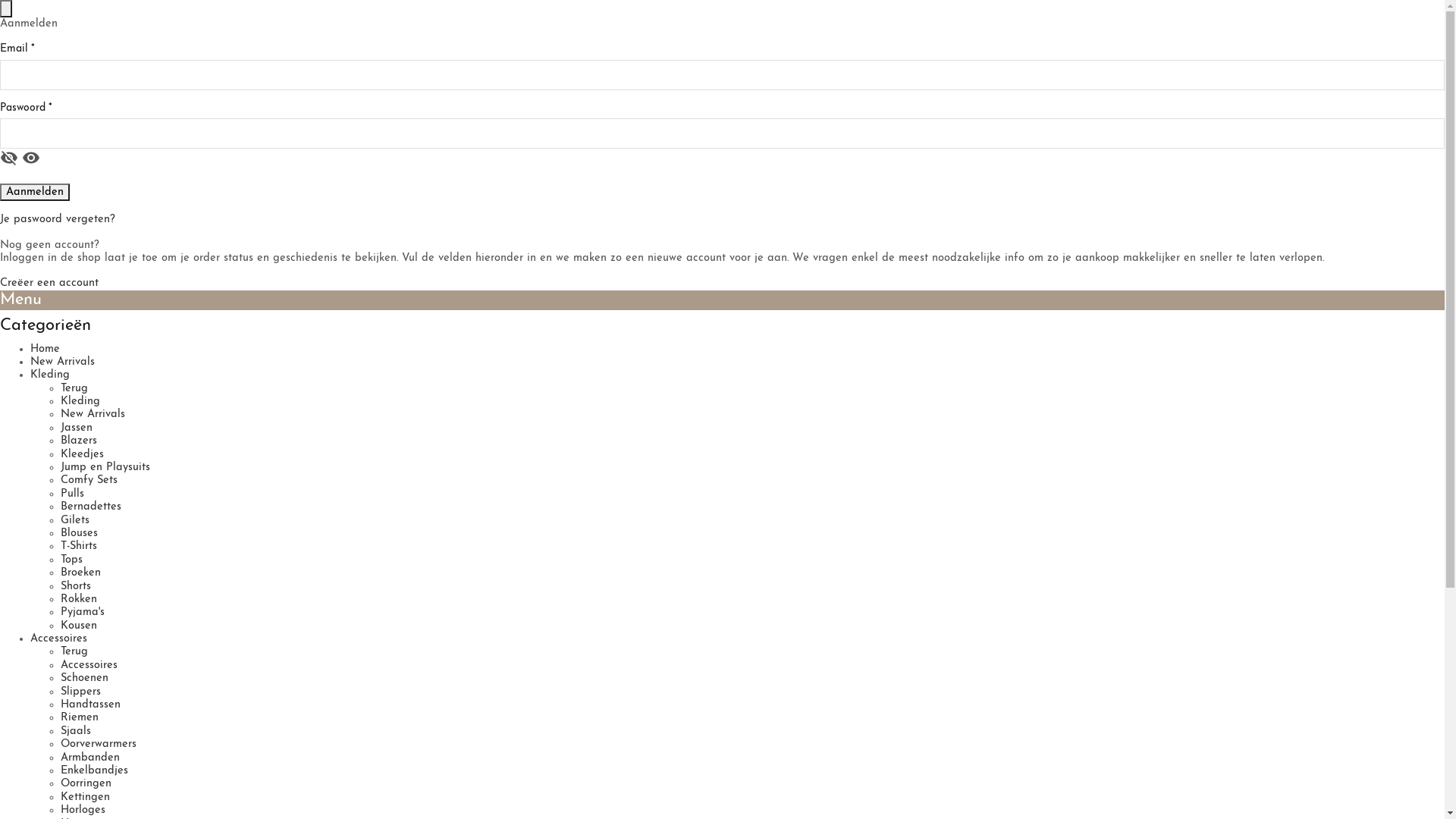 The image size is (1456, 819). I want to click on 'Sjaals', so click(75, 730).